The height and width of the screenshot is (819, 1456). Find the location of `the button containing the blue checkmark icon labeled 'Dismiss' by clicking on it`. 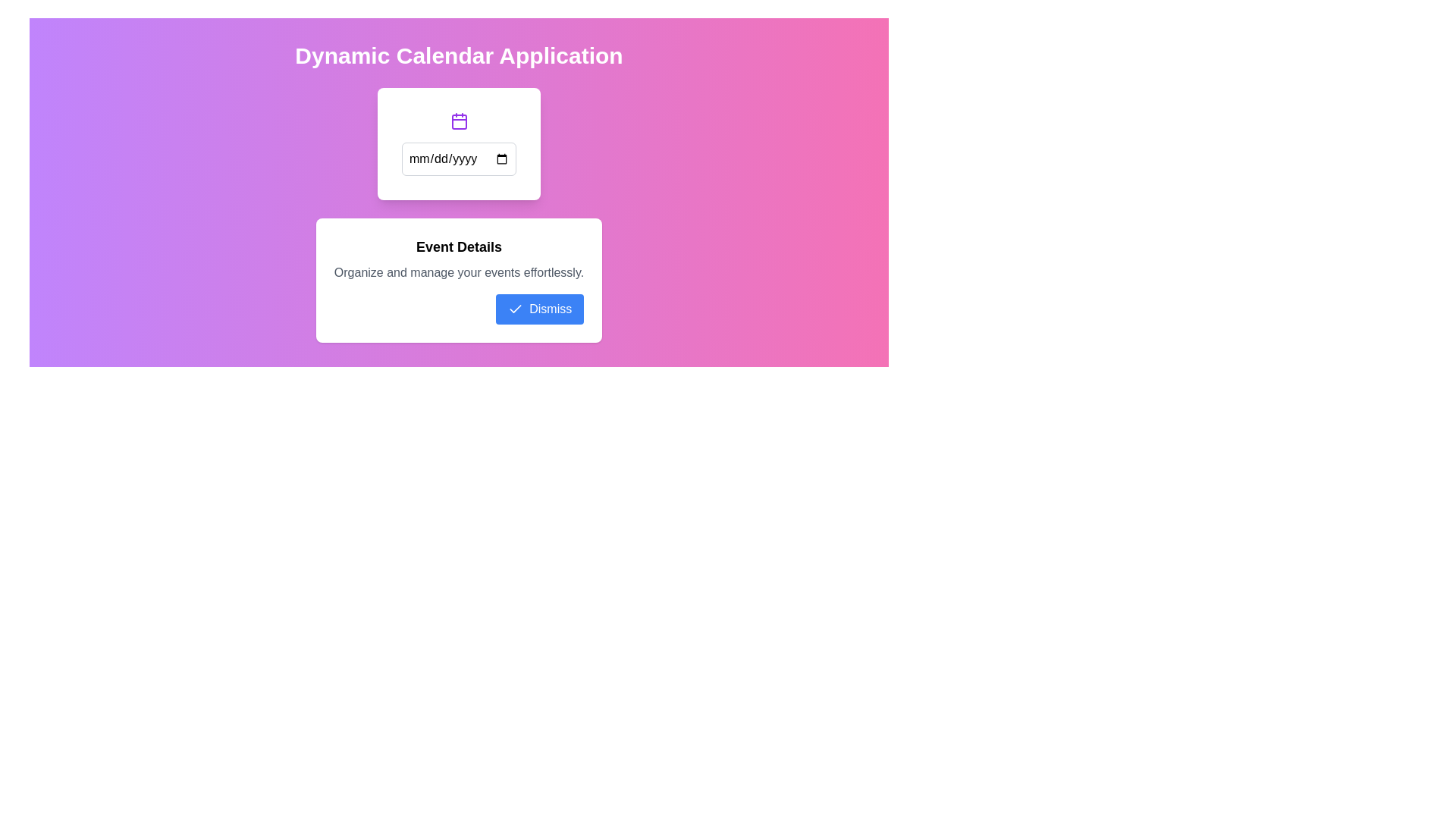

the button containing the blue checkmark icon labeled 'Dismiss' by clicking on it is located at coordinates (516, 309).